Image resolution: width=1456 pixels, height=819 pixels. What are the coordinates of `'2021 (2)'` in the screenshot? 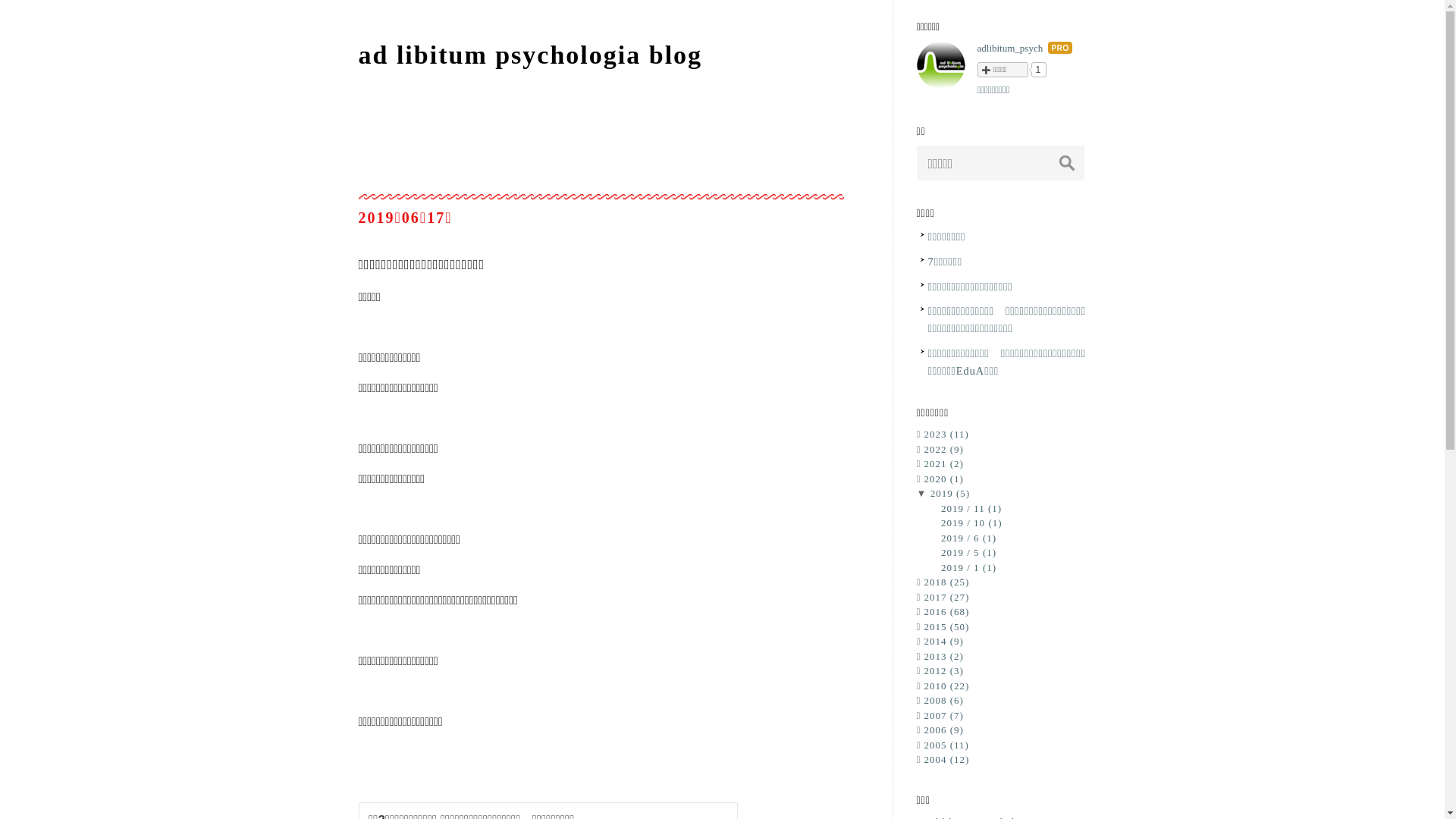 It's located at (923, 463).